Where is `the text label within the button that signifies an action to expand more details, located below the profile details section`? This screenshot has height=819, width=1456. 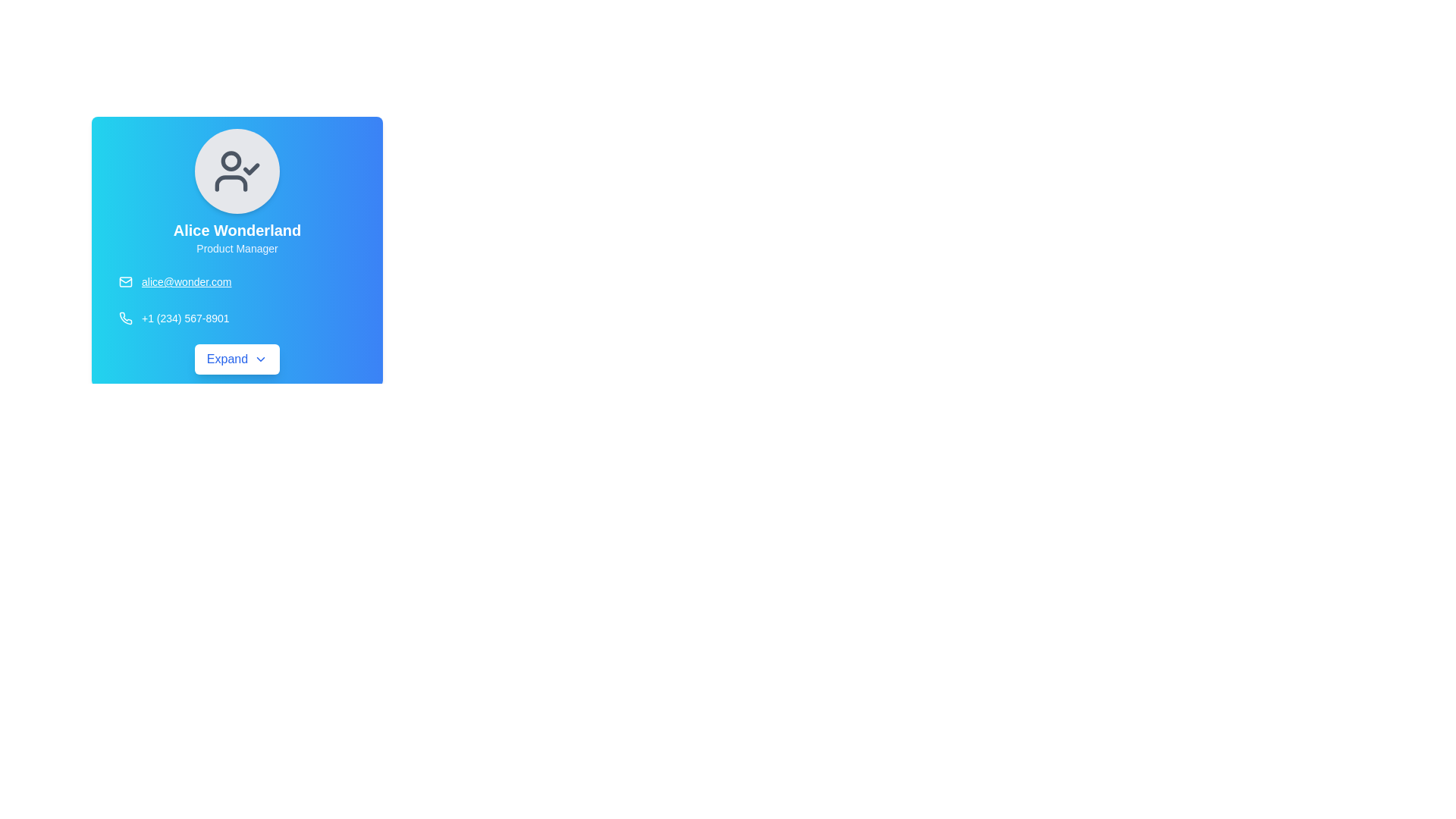
the text label within the button that signifies an action to expand more details, located below the profile details section is located at coordinates (226, 359).